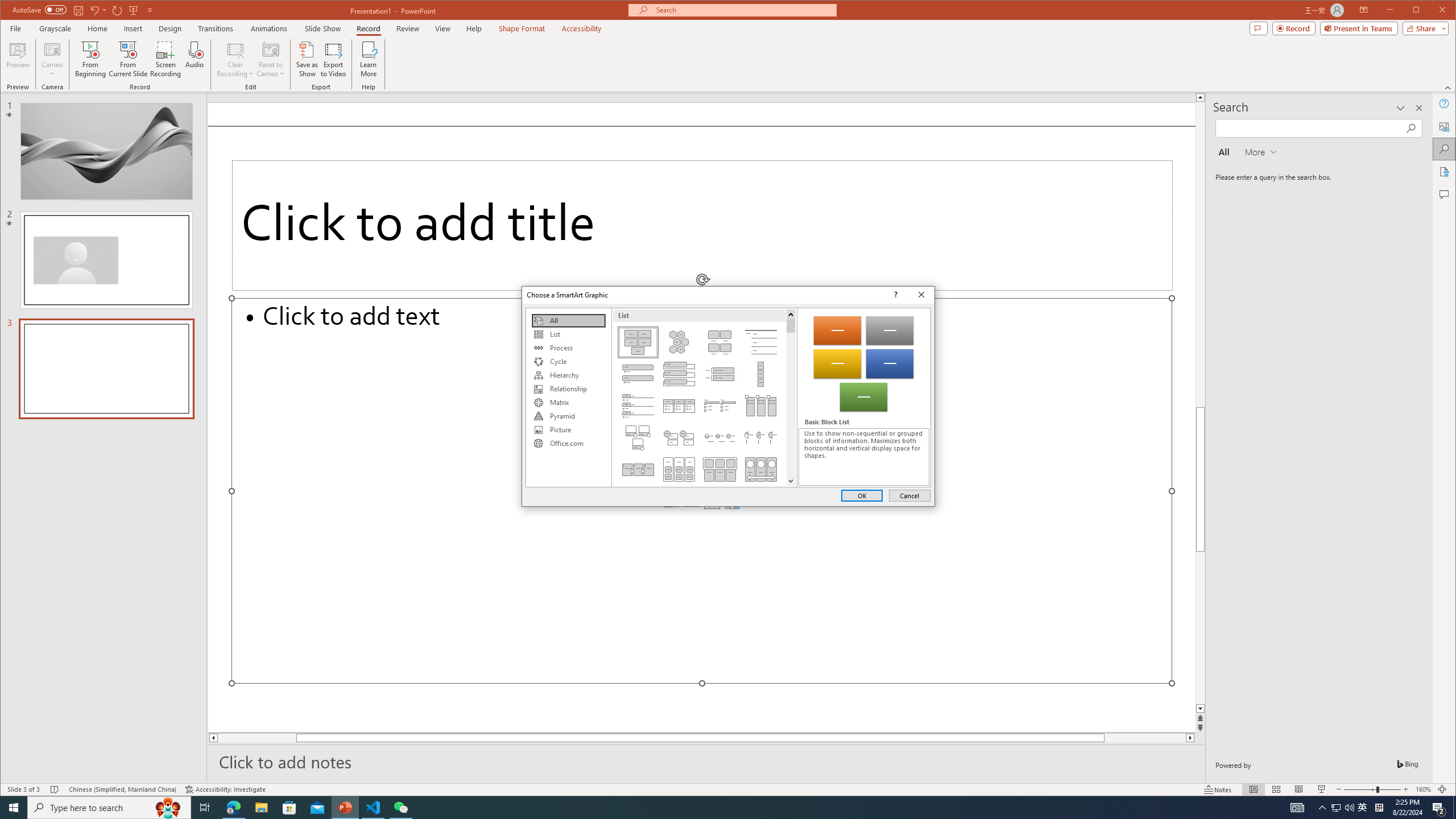 This screenshot has width=1456, height=819. Describe the element at coordinates (677, 437) in the screenshot. I see `'Stacked List'` at that location.